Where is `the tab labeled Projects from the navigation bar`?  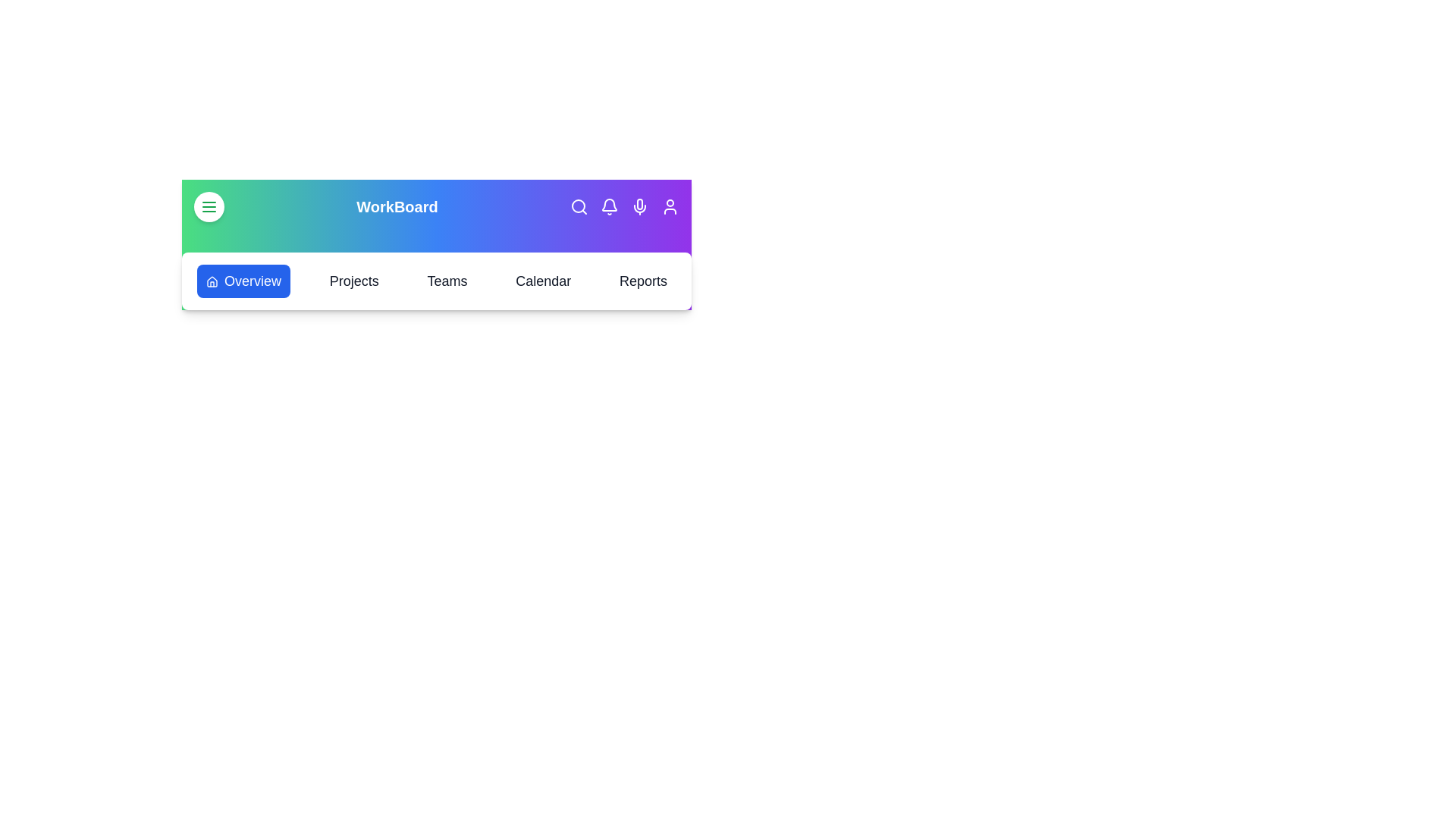 the tab labeled Projects from the navigation bar is located at coordinates (353, 281).